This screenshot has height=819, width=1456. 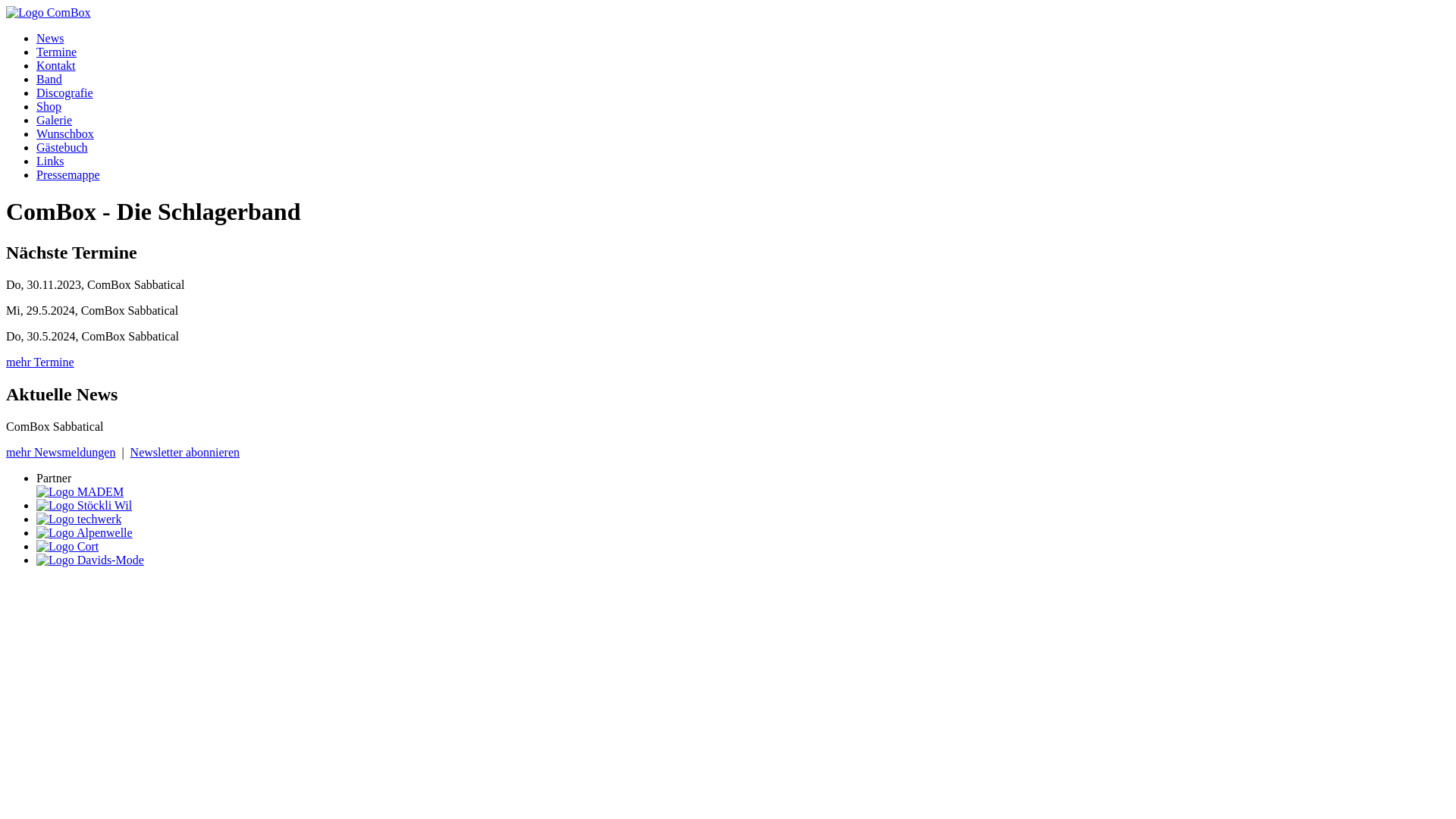 I want to click on 'News', so click(x=50, y=37).